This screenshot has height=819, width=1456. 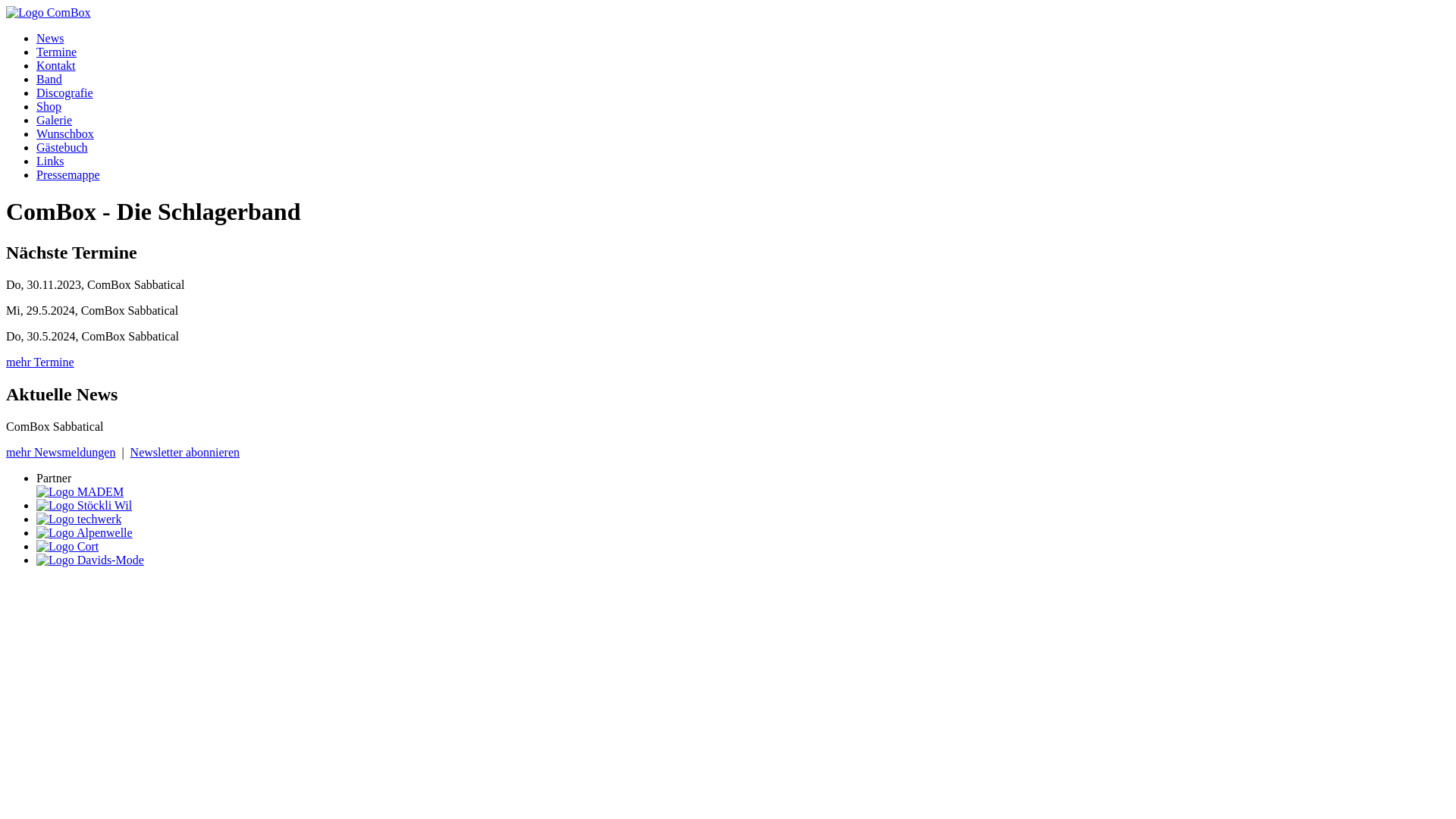 I want to click on 'News', so click(x=50, y=37).